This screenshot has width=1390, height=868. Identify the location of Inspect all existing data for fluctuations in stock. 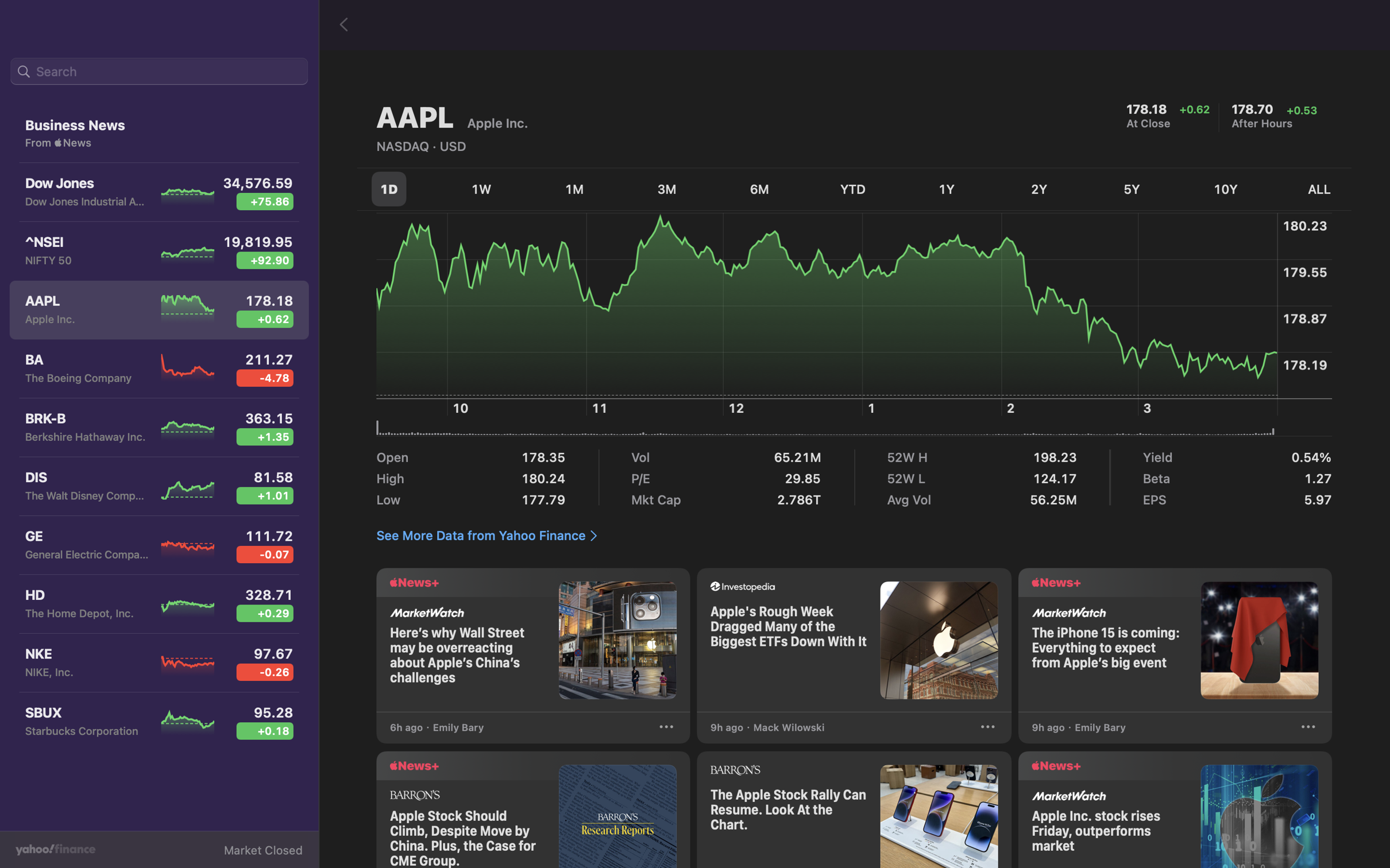
(1311, 190).